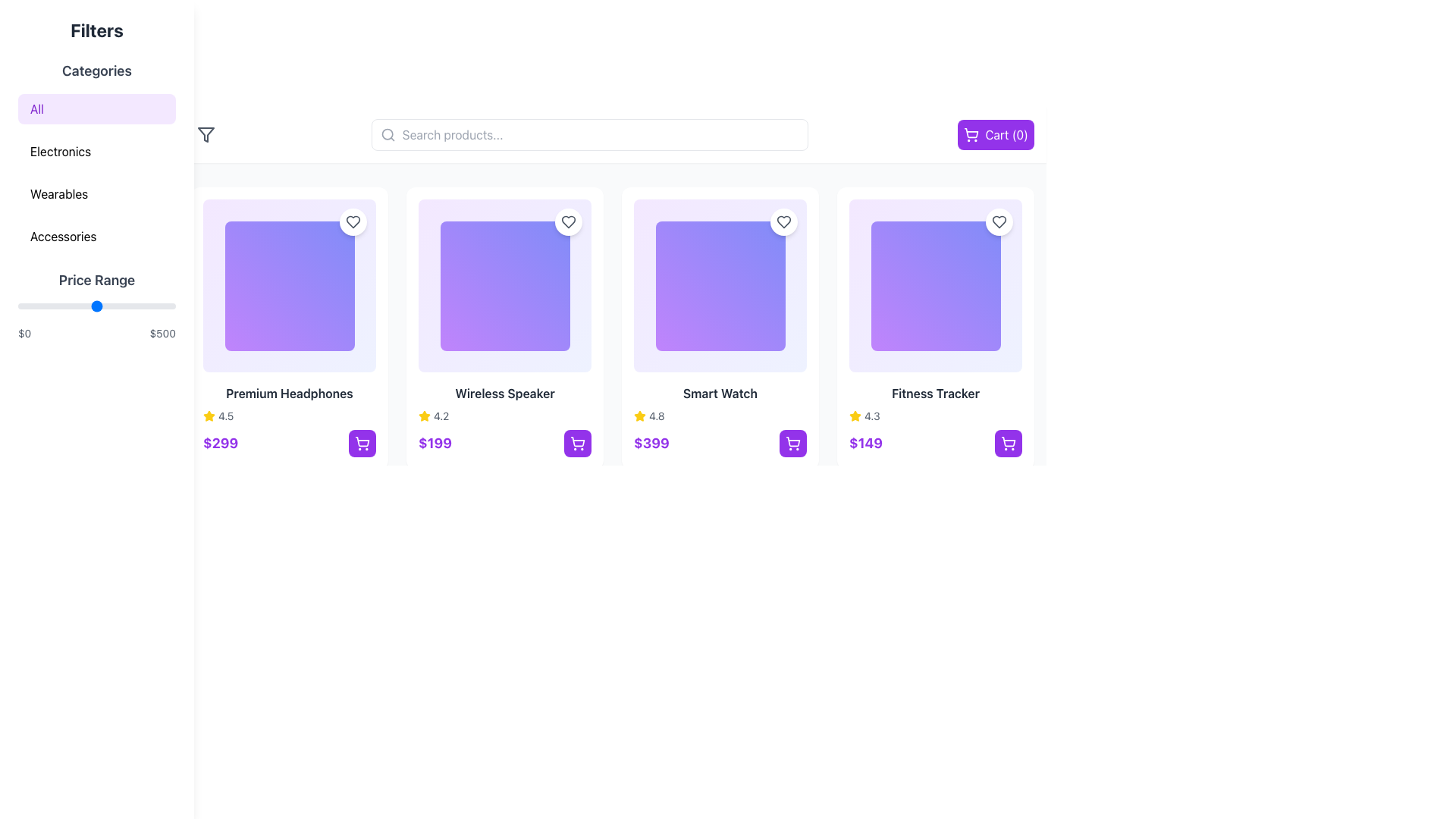  Describe the element at coordinates (387, 133) in the screenshot. I see `the circular decoration element of the magnifying glass icon, which is located at the top center-left of the interface near the search bar` at that location.